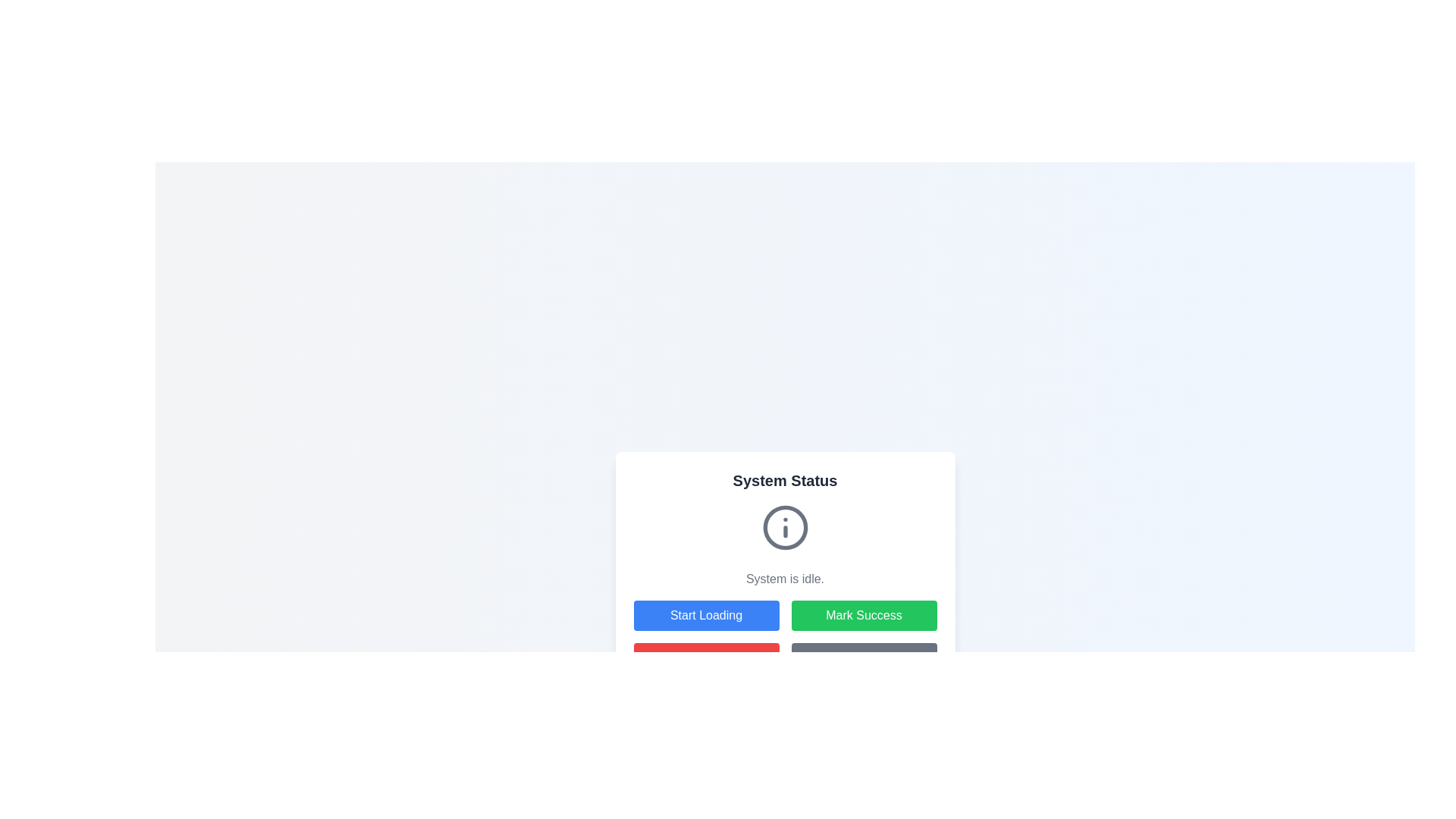  What do you see at coordinates (785, 526) in the screenshot?
I see `the circular perimeter of the info icon located in the 'System Status' card, which features a central 'i' symbol and is positioned above the text 'System is idle.'` at bounding box center [785, 526].